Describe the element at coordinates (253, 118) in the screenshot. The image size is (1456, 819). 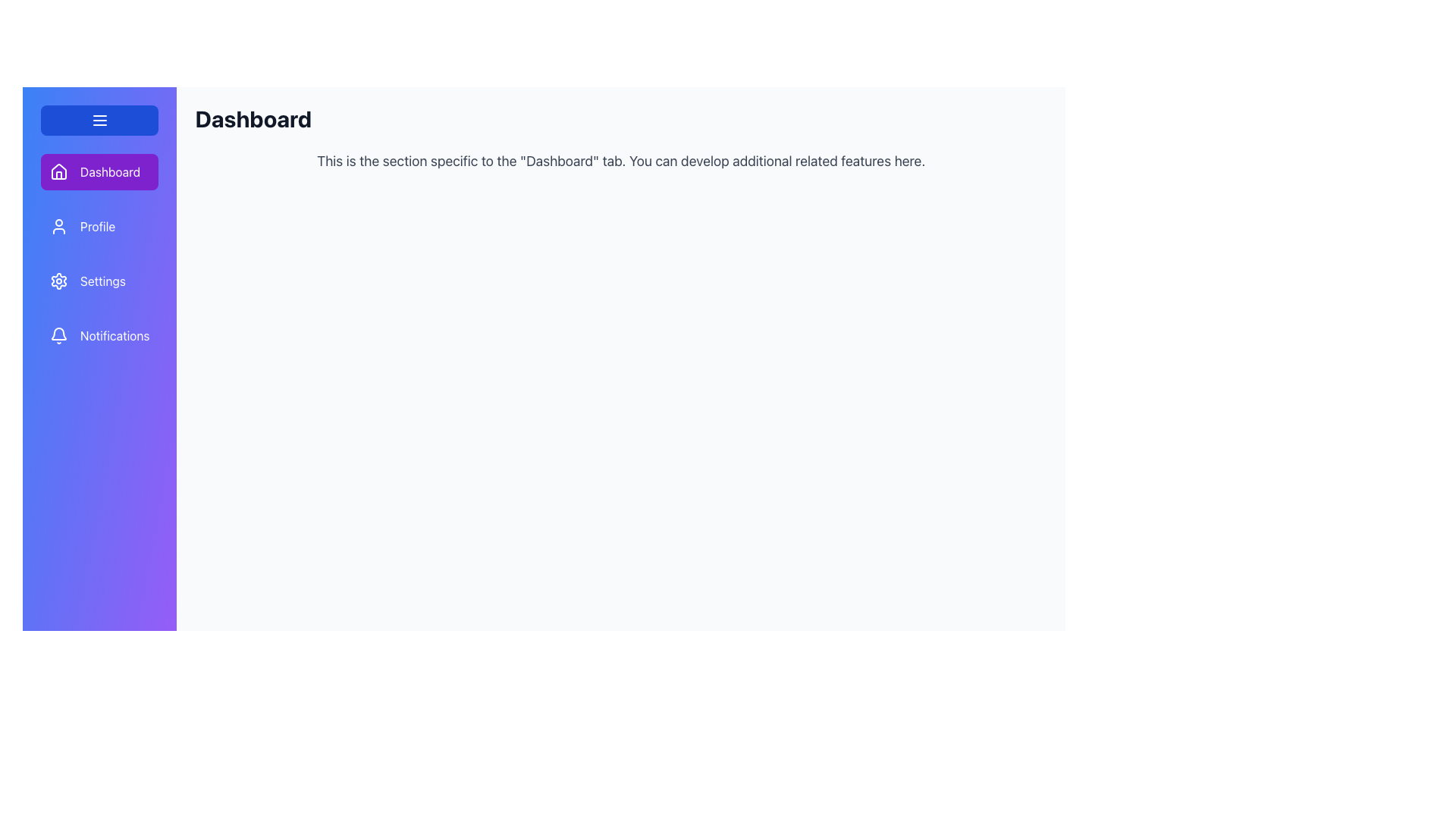
I see `the 'Dashboard' heading text label, which is positioned at the top left of the main content area` at that location.